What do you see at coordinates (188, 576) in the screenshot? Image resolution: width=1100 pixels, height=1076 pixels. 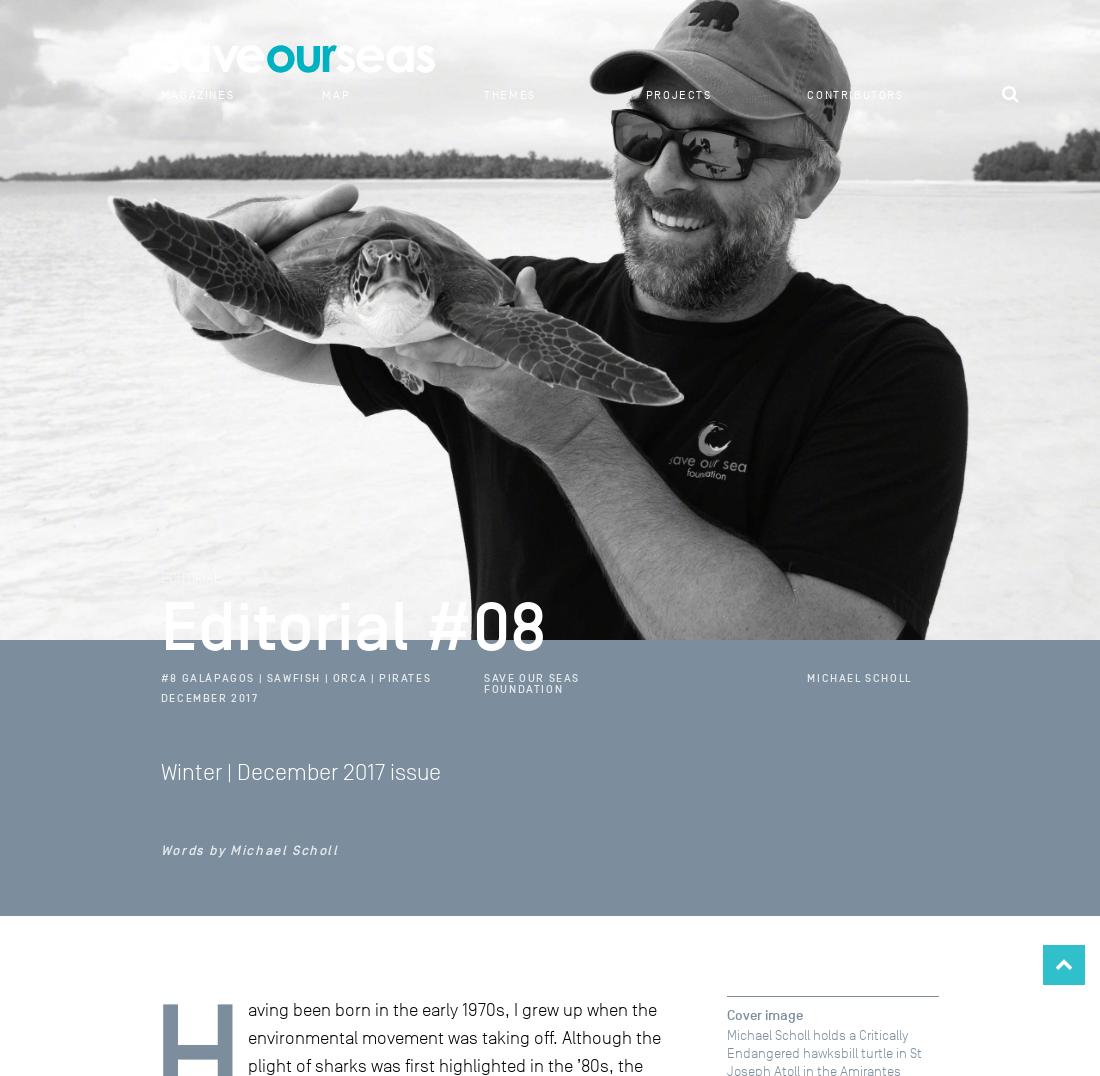 I see `'Editorial'` at bounding box center [188, 576].